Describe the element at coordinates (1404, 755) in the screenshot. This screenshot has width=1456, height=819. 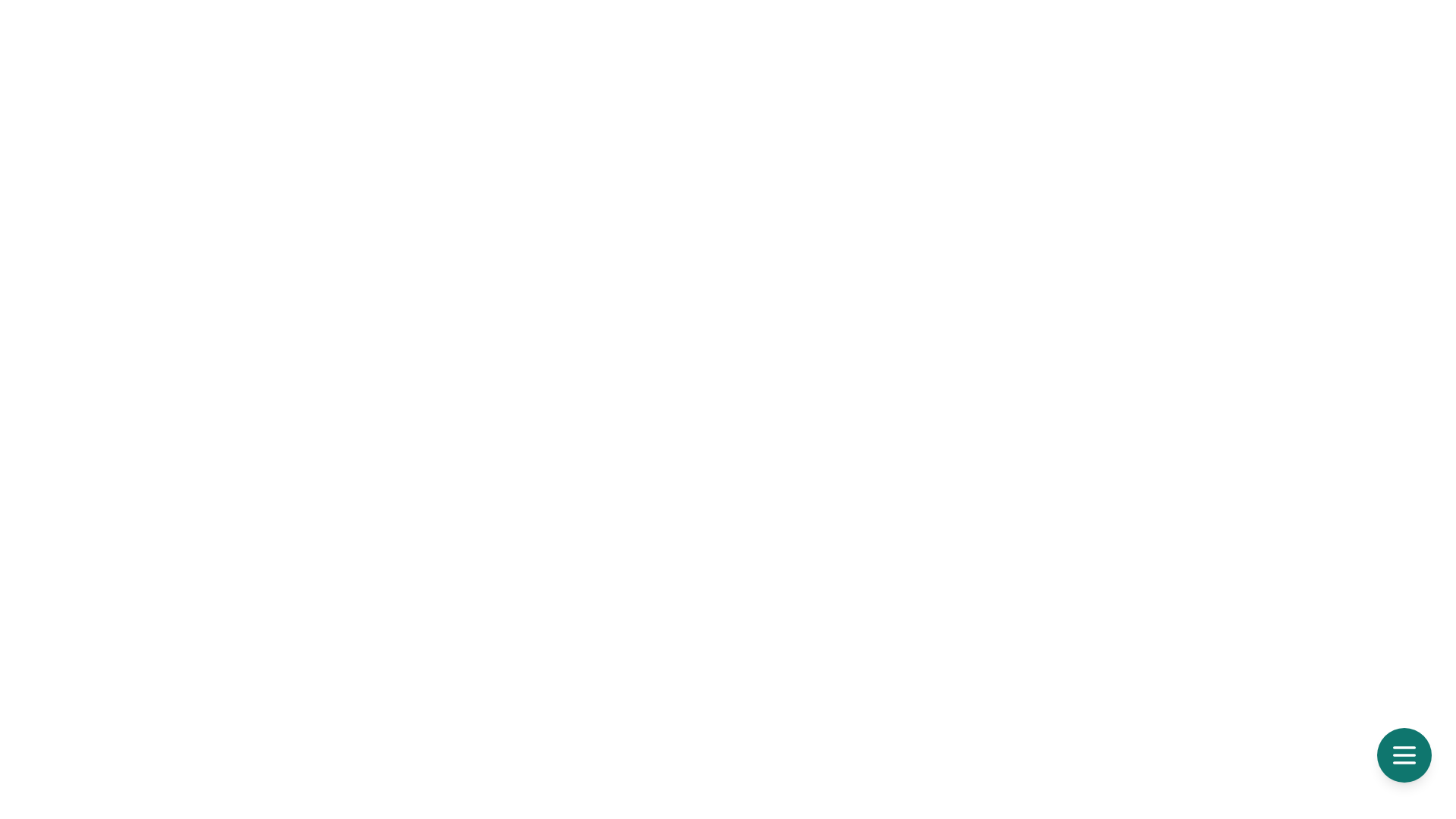
I see `the menu button to toggle the visibility of the speed dial menu` at that location.